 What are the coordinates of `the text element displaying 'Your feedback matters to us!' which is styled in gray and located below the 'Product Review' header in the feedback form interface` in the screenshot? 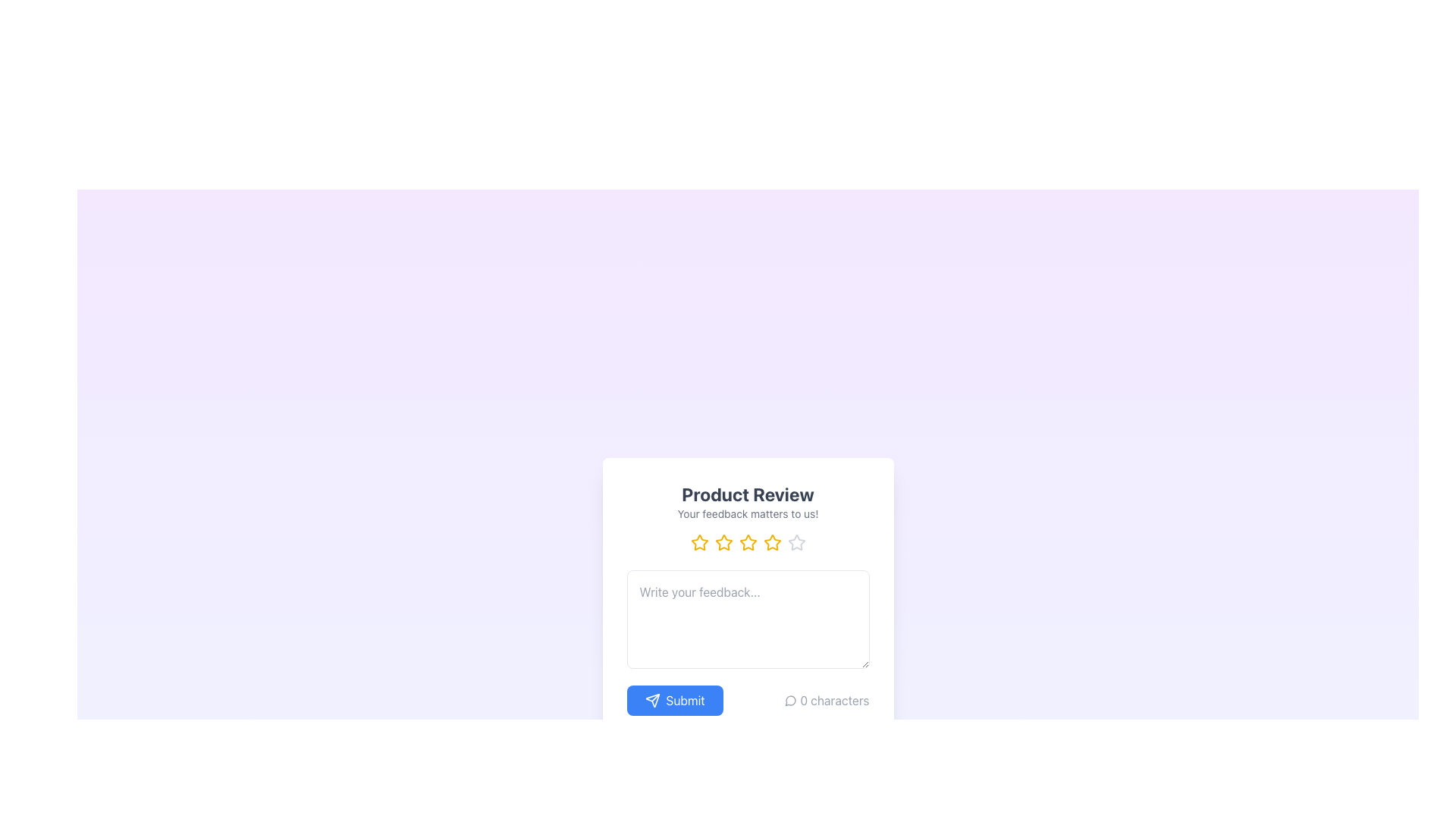 It's located at (748, 513).